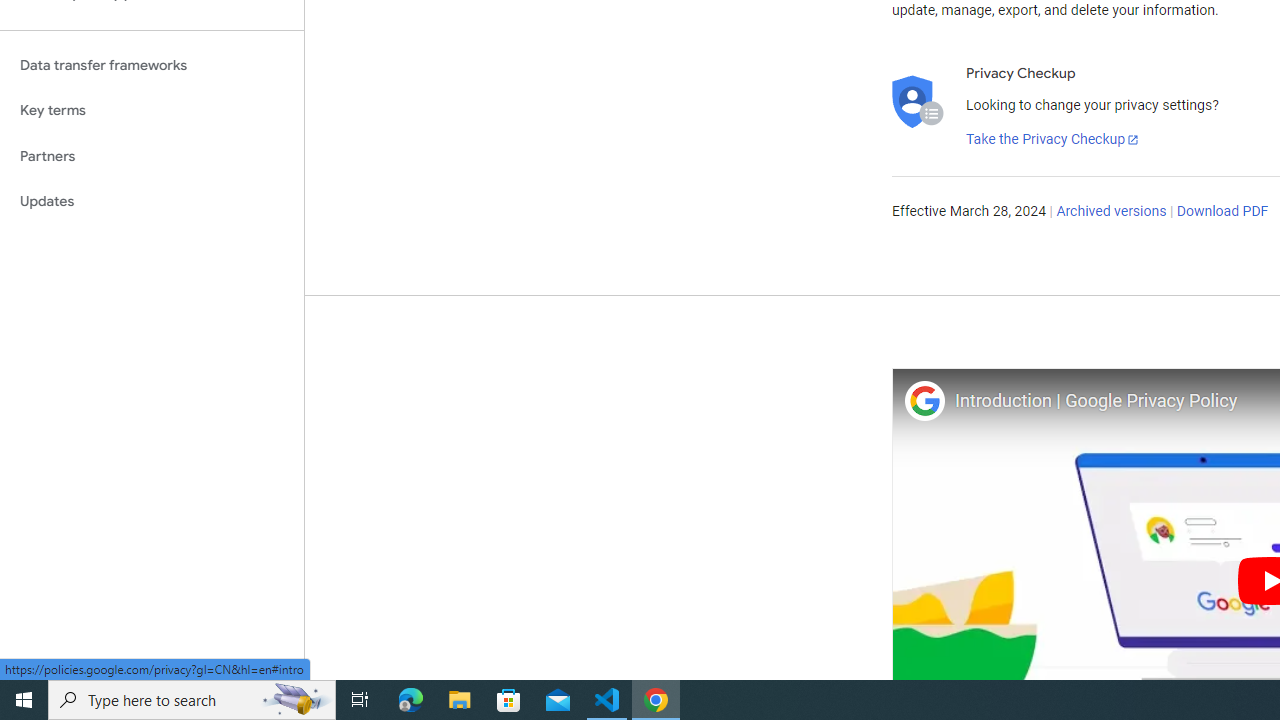  What do you see at coordinates (151, 64) in the screenshot?
I see `'Data transfer frameworks'` at bounding box center [151, 64].